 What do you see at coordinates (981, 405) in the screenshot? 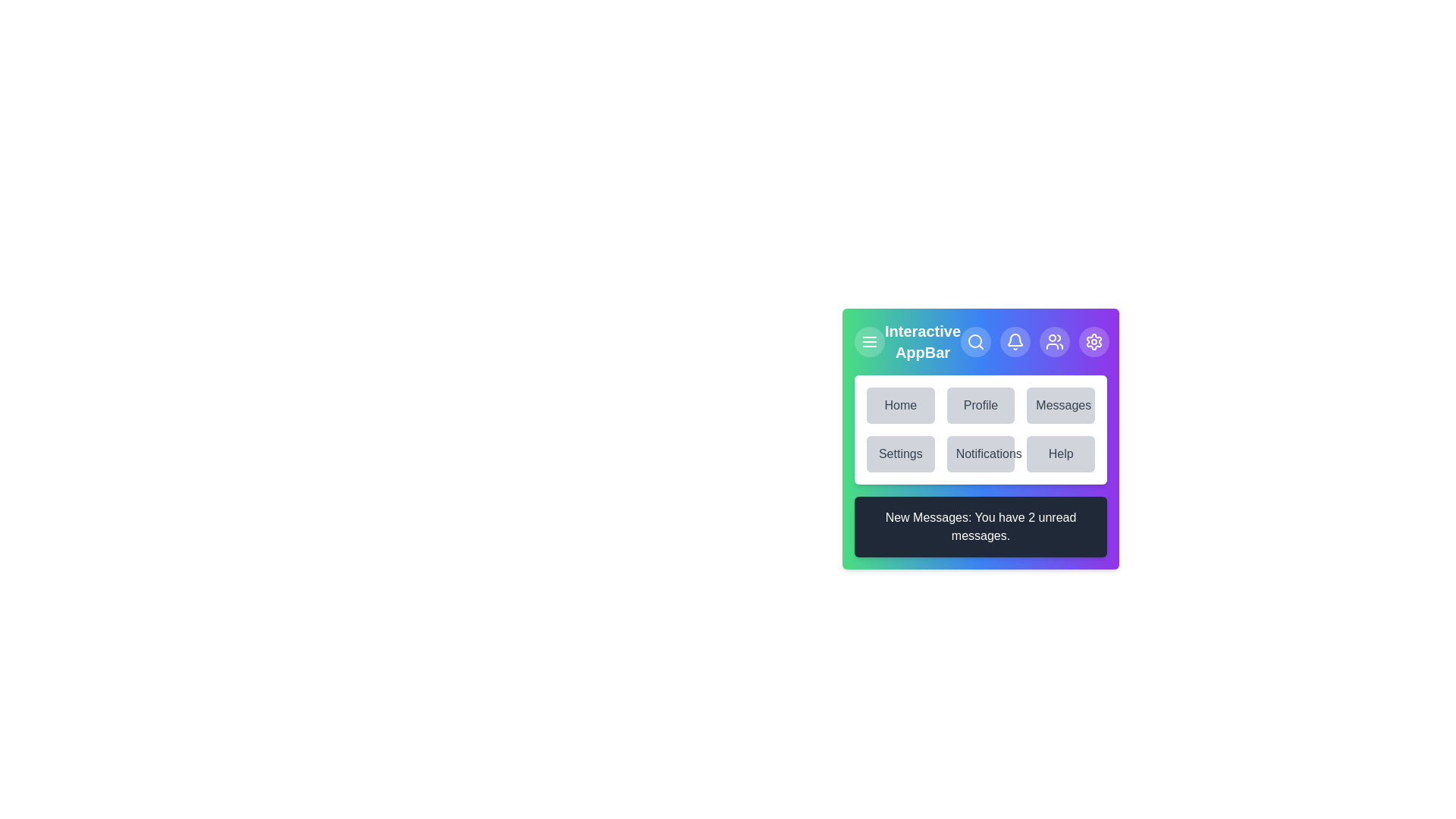
I see `the menu item labeled Profile to navigate` at bounding box center [981, 405].